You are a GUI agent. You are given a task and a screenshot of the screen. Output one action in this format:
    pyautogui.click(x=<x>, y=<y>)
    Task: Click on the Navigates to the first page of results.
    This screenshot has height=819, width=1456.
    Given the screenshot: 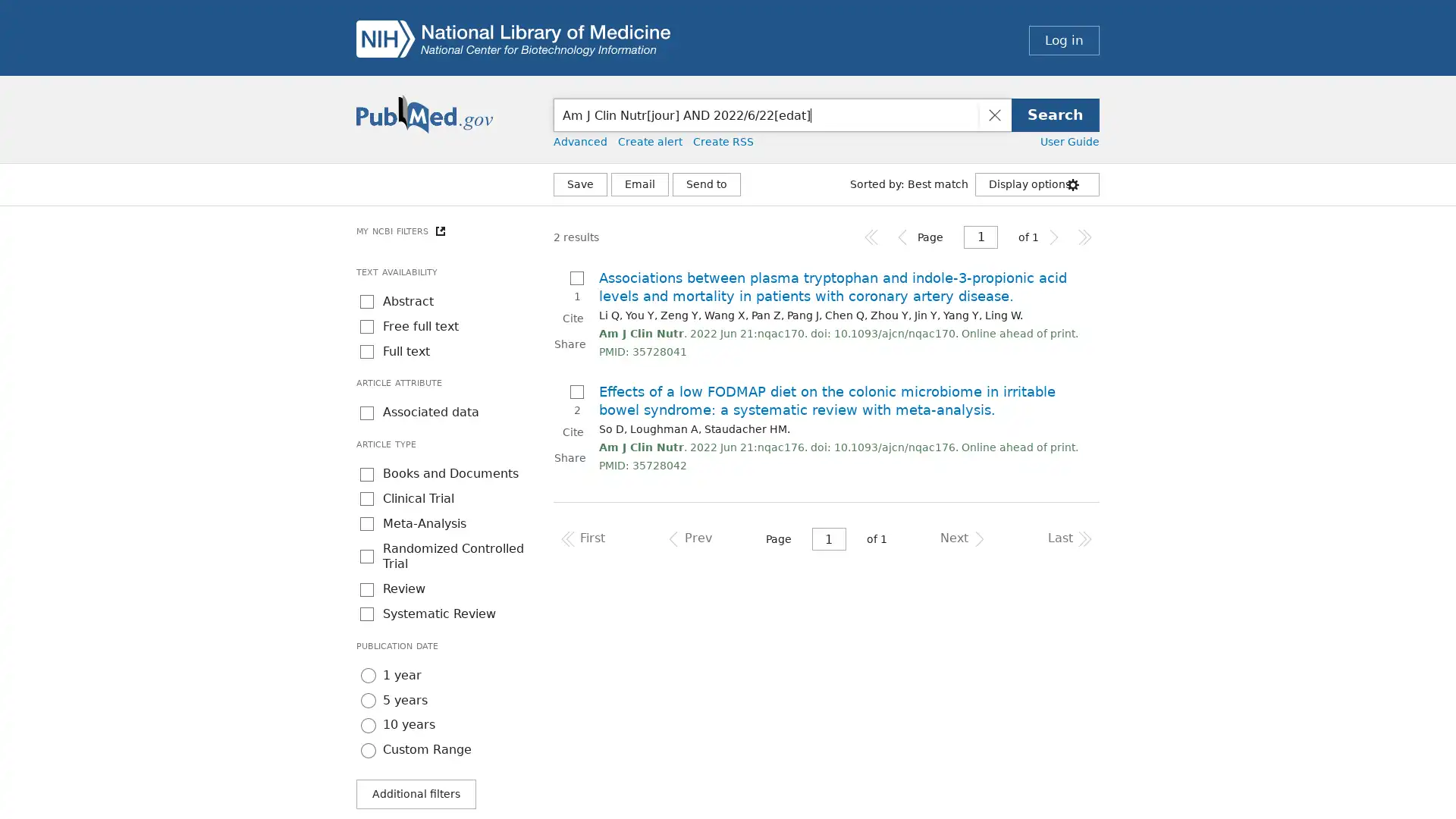 What is the action you would take?
    pyautogui.click(x=872, y=237)
    